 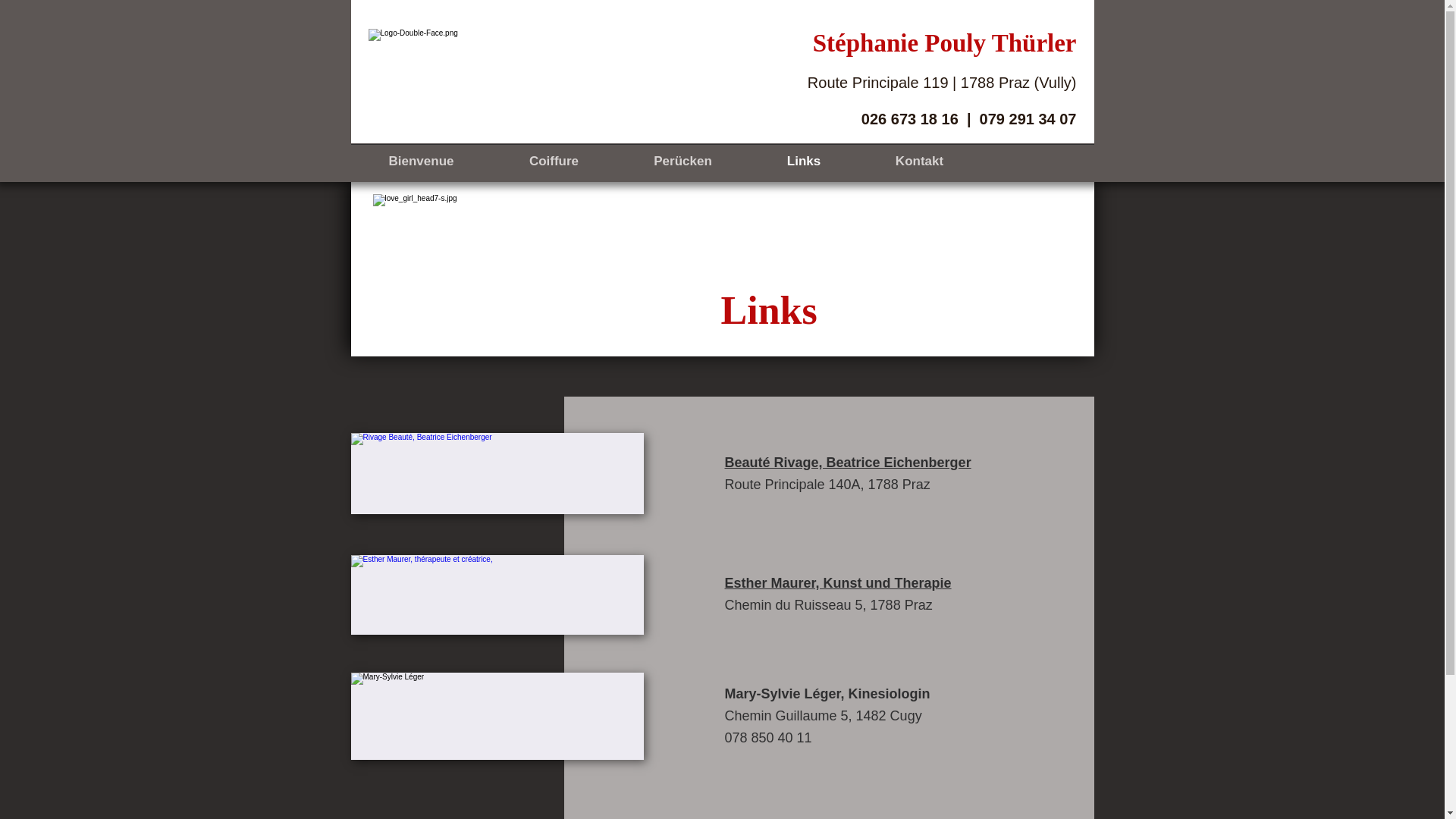 What do you see at coordinates (349, 161) in the screenshot?
I see `'Bienvenue'` at bounding box center [349, 161].